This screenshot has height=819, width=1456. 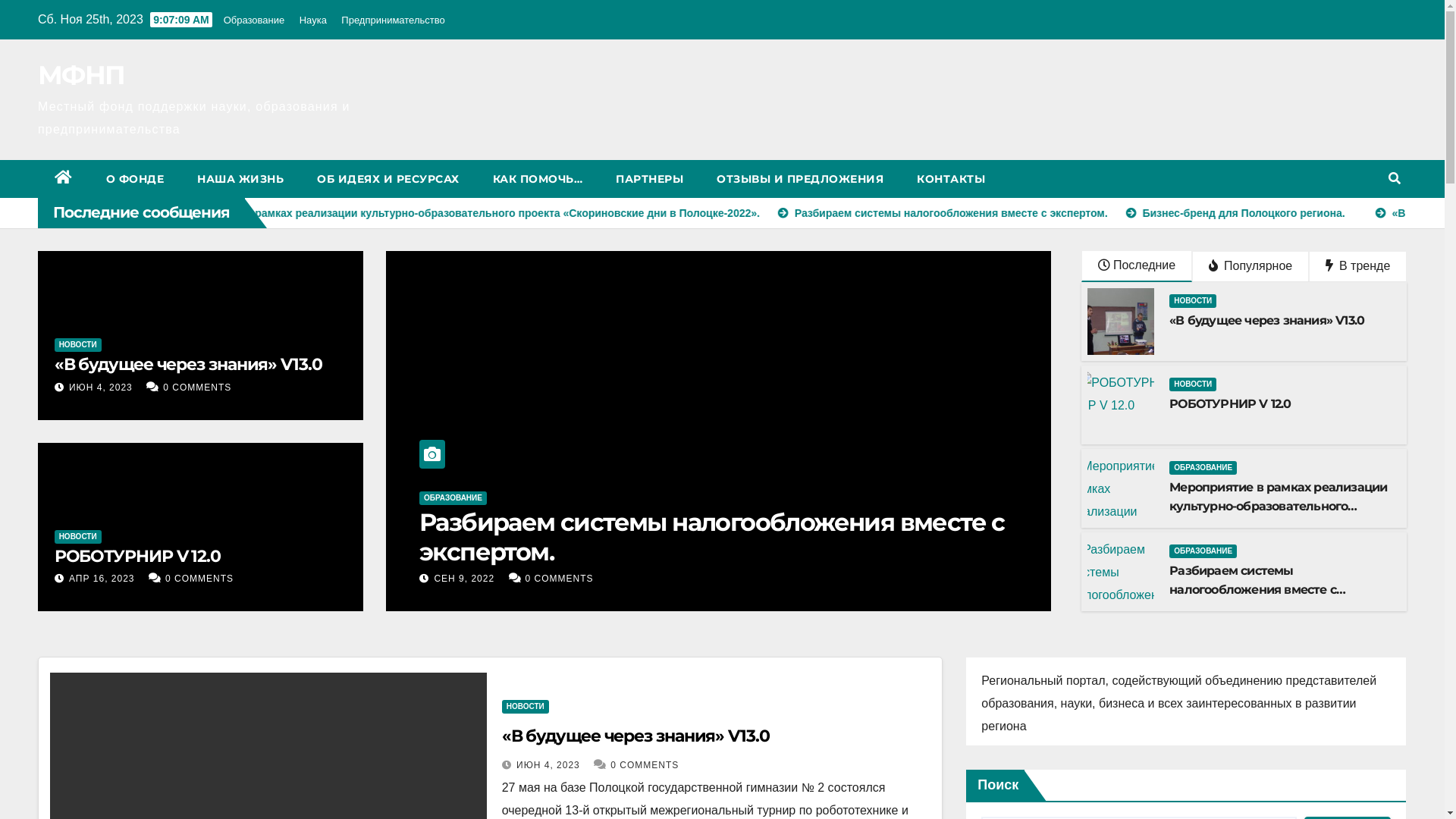 What do you see at coordinates (196, 386) in the screenshot?
I see `'0 COMMENTS'` at bounding box center [196, 386].